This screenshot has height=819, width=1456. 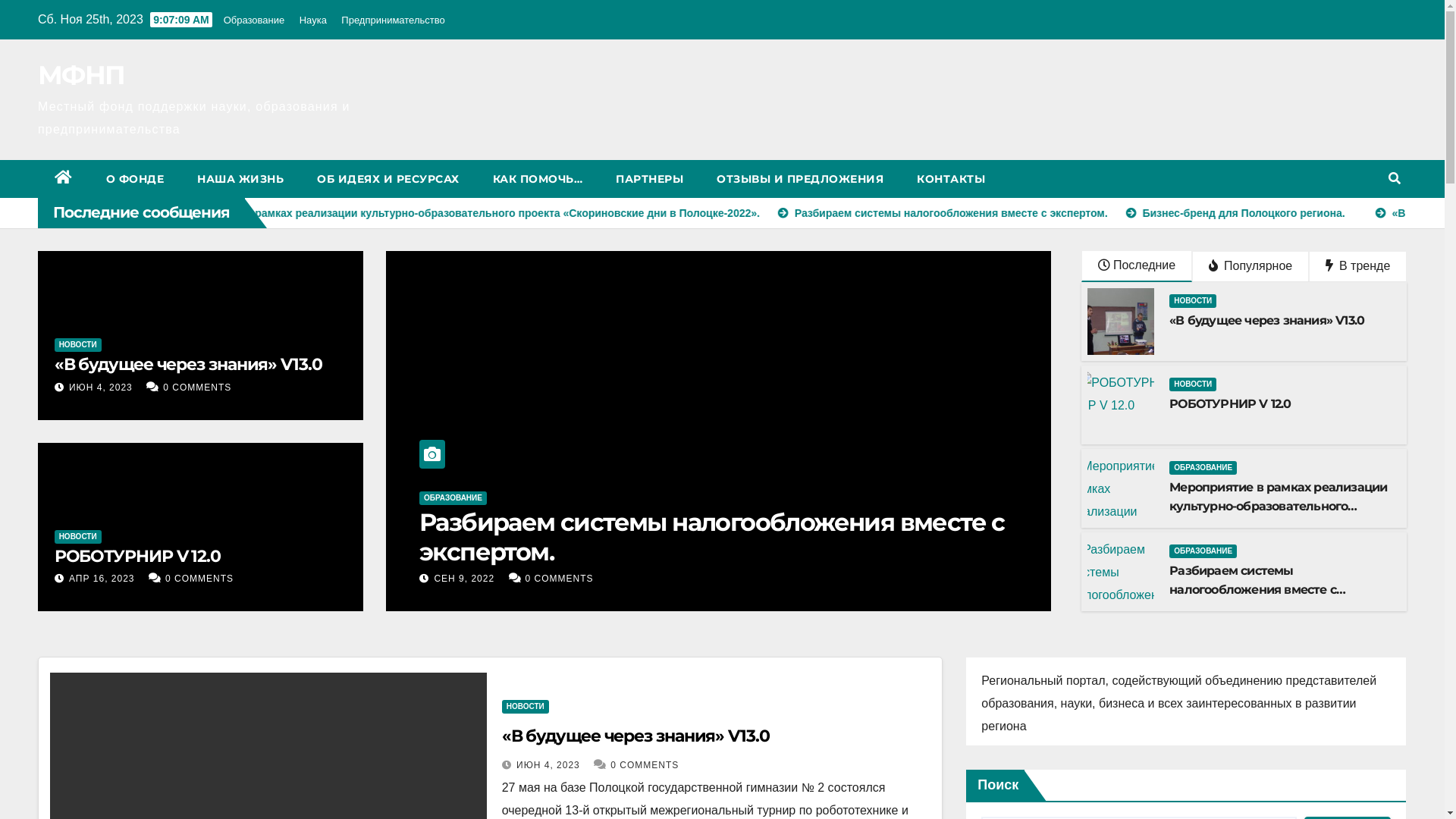 What do you see at coordinates (196, 386) in the screenshot?
I see `'0 COMMENTS'` at bounding box center [196, 386].